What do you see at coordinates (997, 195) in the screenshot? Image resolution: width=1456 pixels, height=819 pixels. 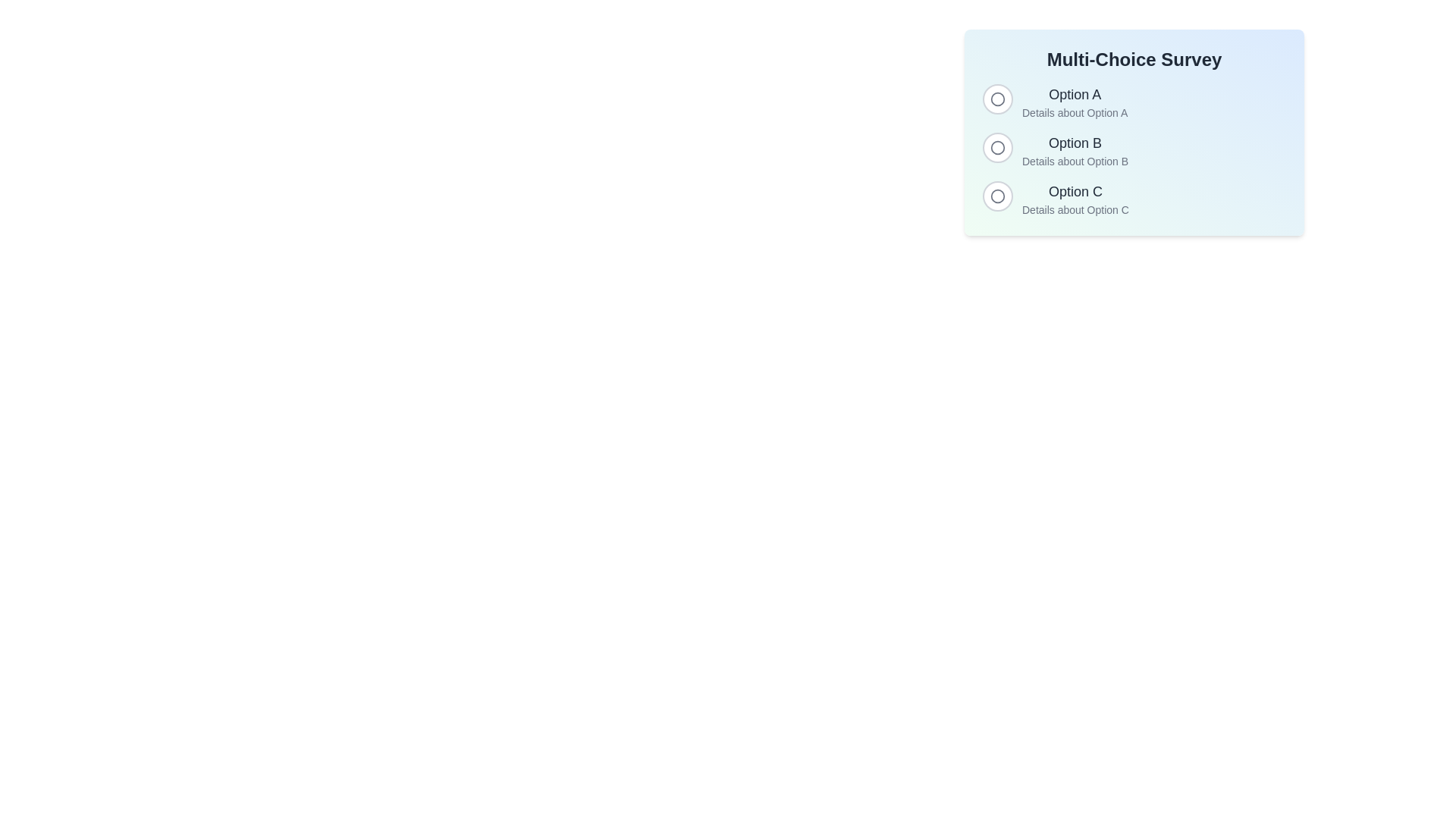 I see `the circular selection indicator, which is a gray icon with a distinctive border` at bounding box center [997, 195].